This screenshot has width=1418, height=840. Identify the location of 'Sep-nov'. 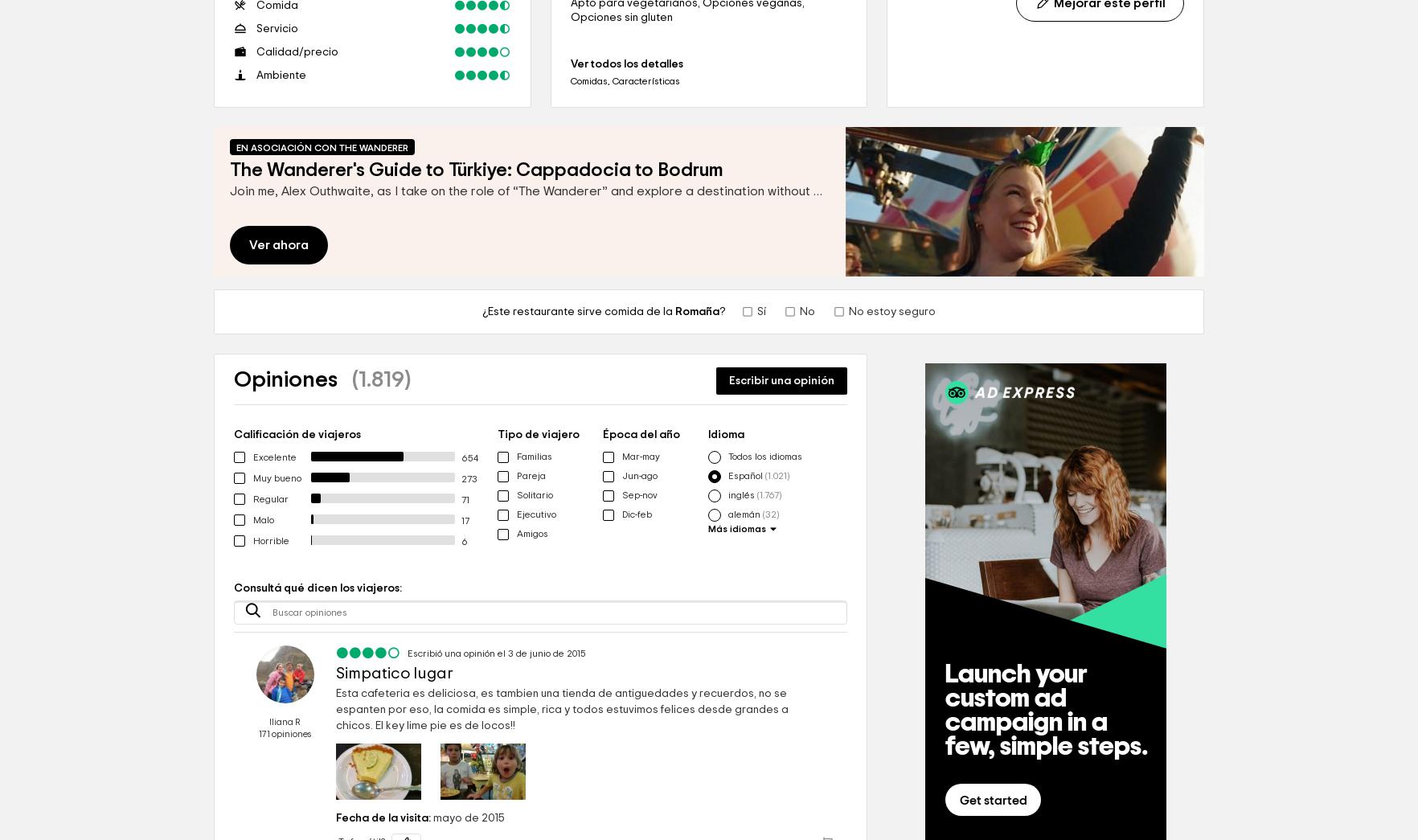
(639, 494).